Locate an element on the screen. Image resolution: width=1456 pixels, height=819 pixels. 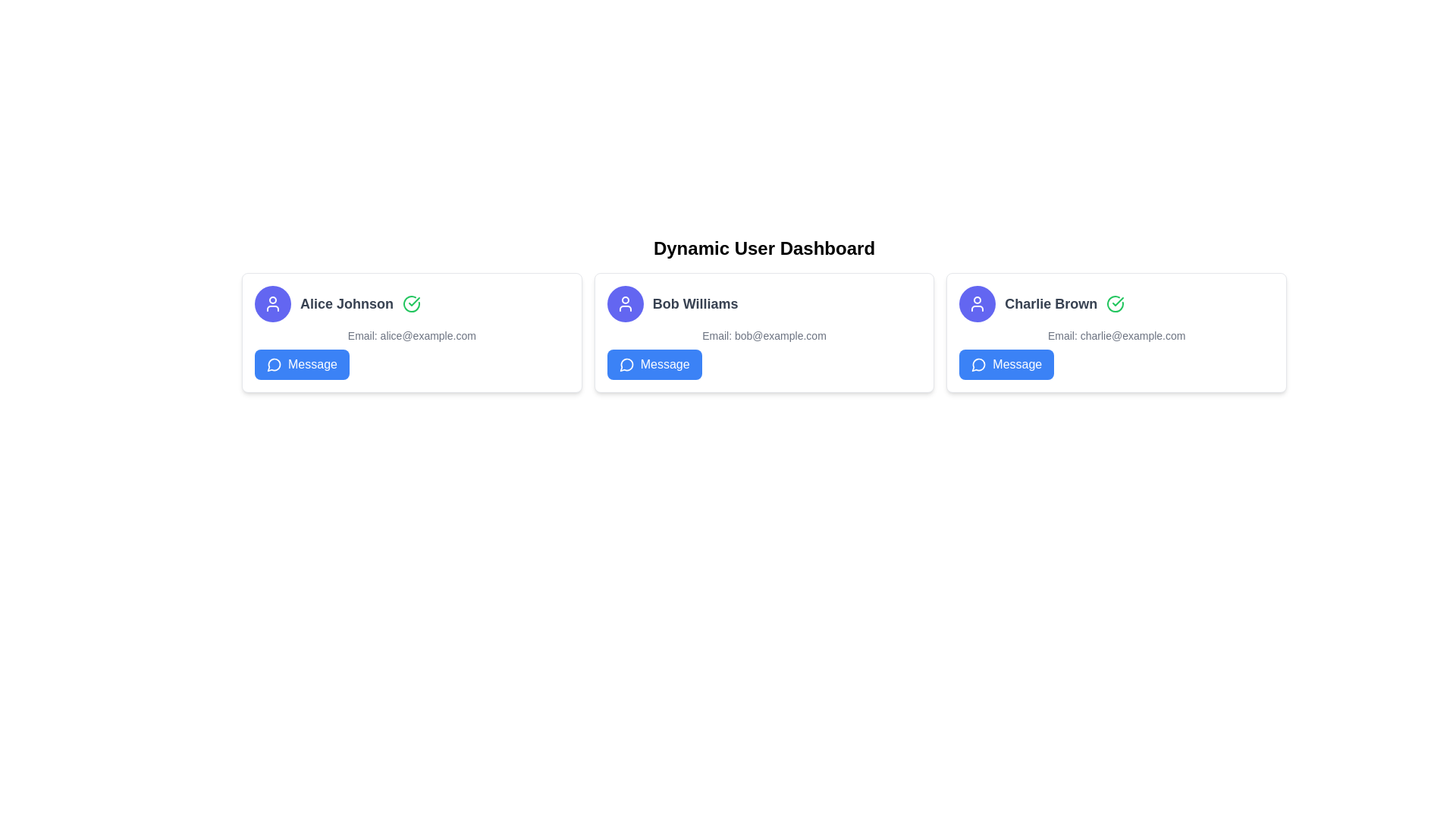
the speech bubble icon above the 'Message' label in the message button for 'Bob Williams' on the dashboard interface is located at coordinates (626, 365).